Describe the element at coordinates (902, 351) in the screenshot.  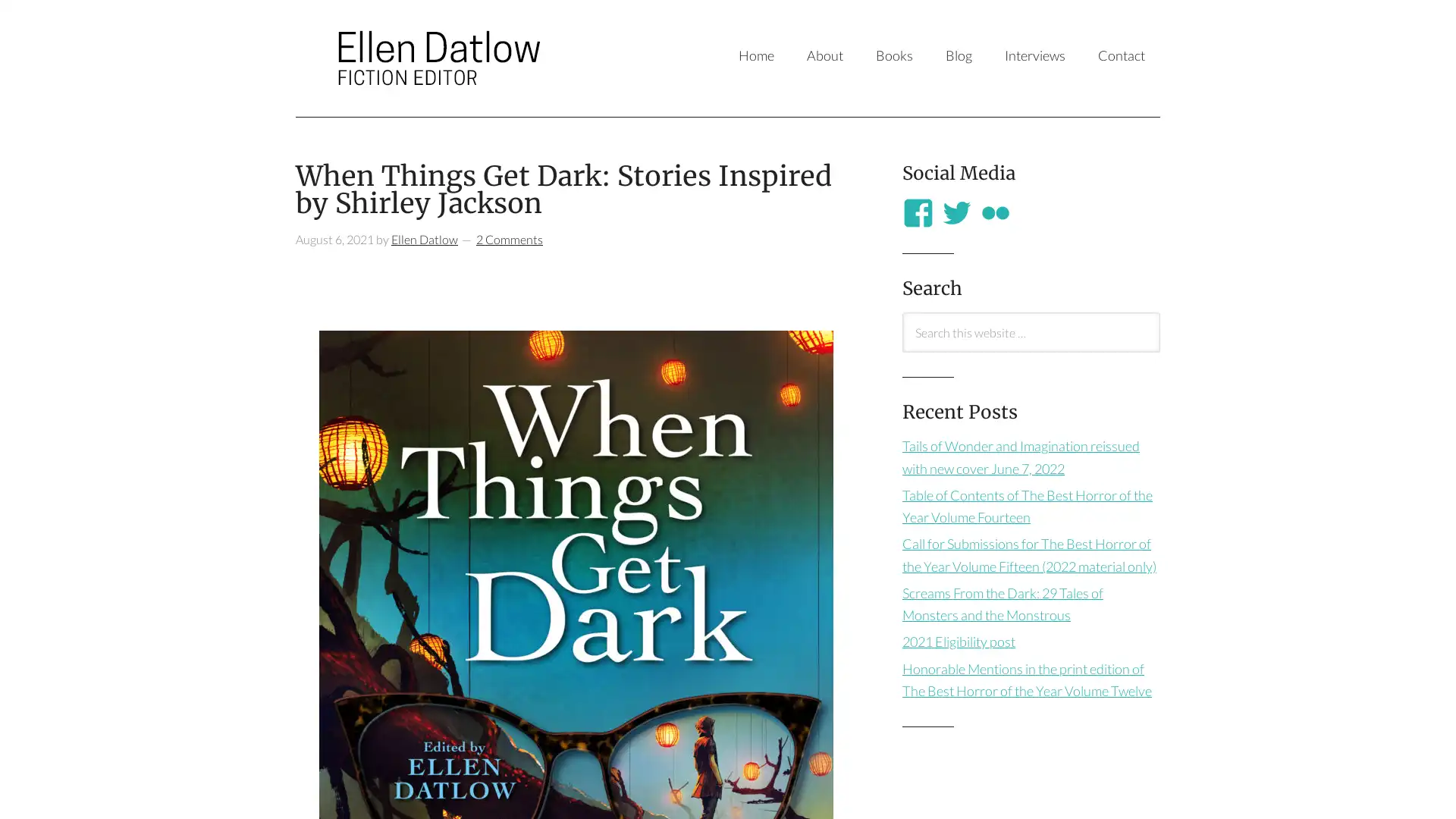
I see `Search` at that location.